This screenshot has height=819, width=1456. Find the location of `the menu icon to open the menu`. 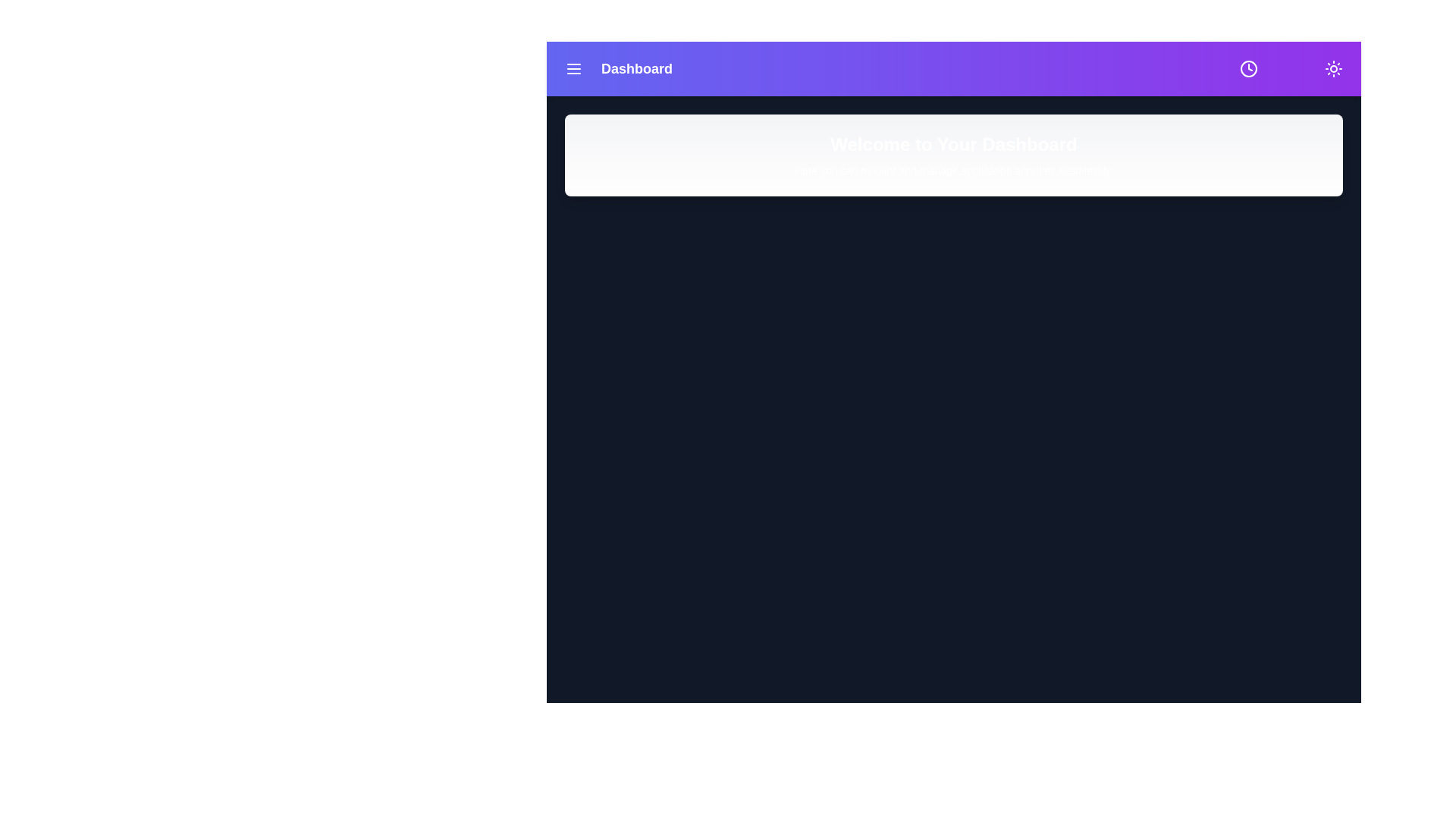

the menu icon to open the menu is located at coordinates (573, 69).